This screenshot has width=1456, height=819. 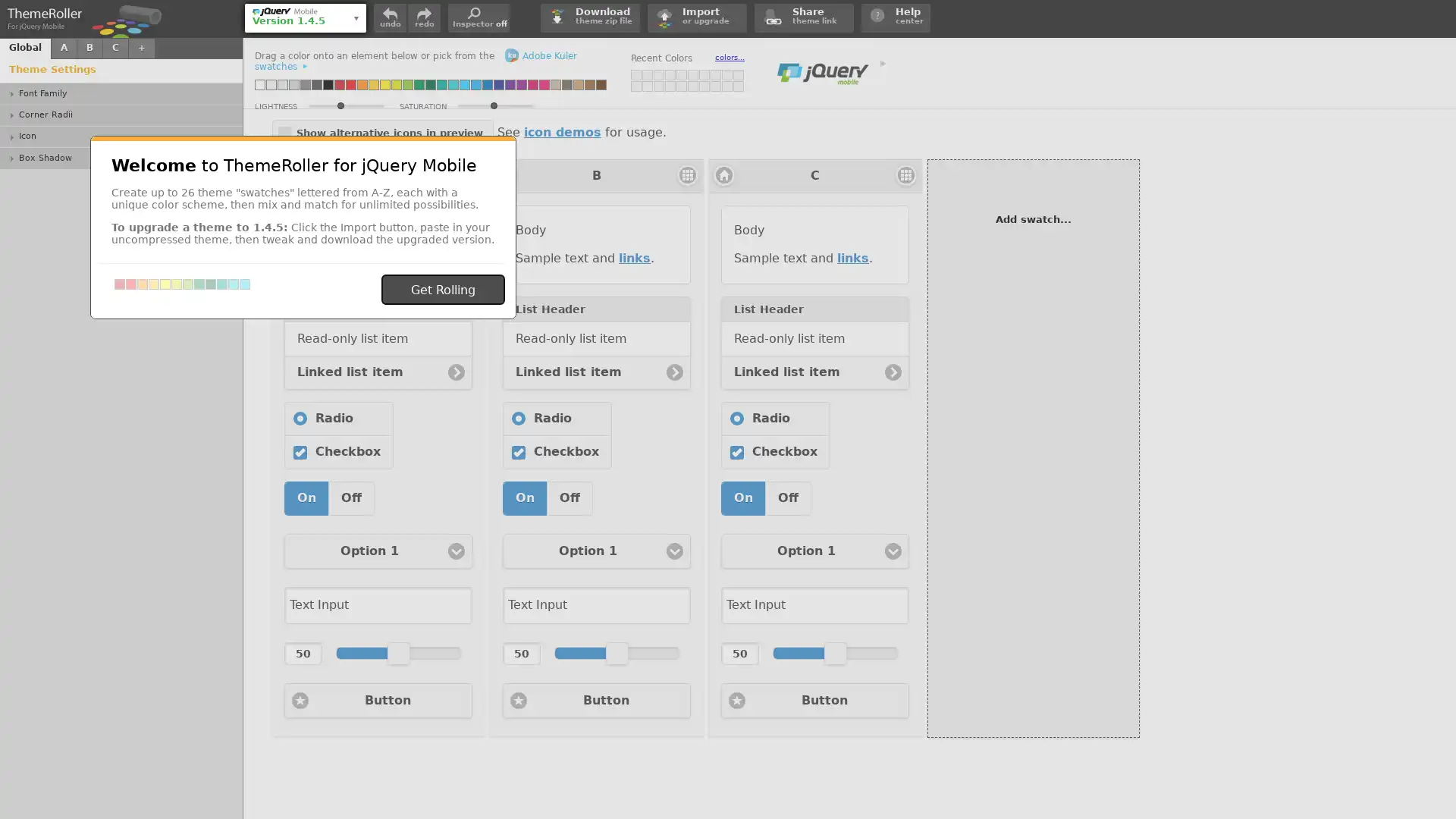 I want to click on Get Rolling, so click(x=441, y=289).